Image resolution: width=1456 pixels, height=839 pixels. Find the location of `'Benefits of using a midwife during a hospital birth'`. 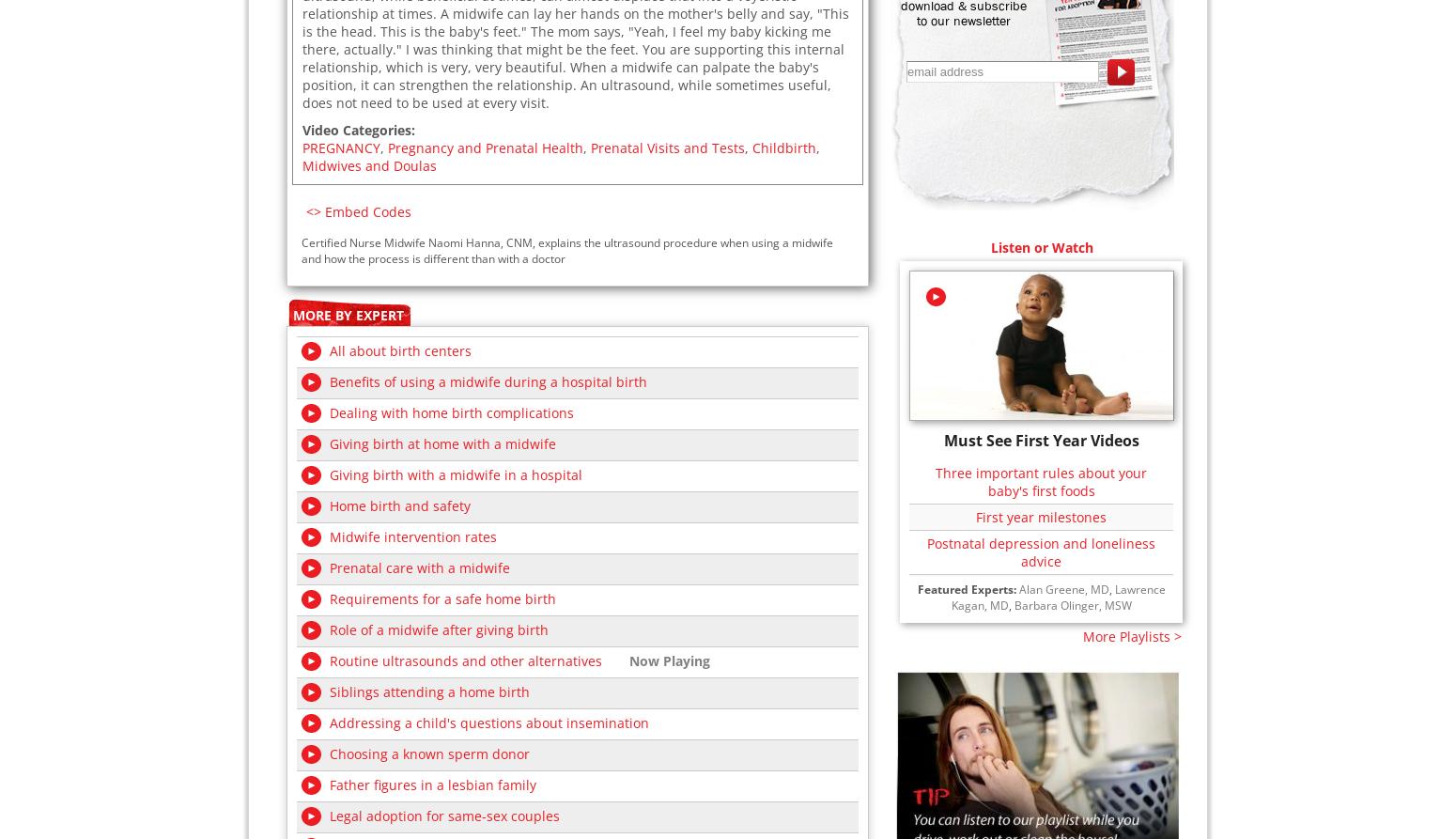

'Benefits of using a midwife during a hospital birth' is located at coordinates (488, 381).